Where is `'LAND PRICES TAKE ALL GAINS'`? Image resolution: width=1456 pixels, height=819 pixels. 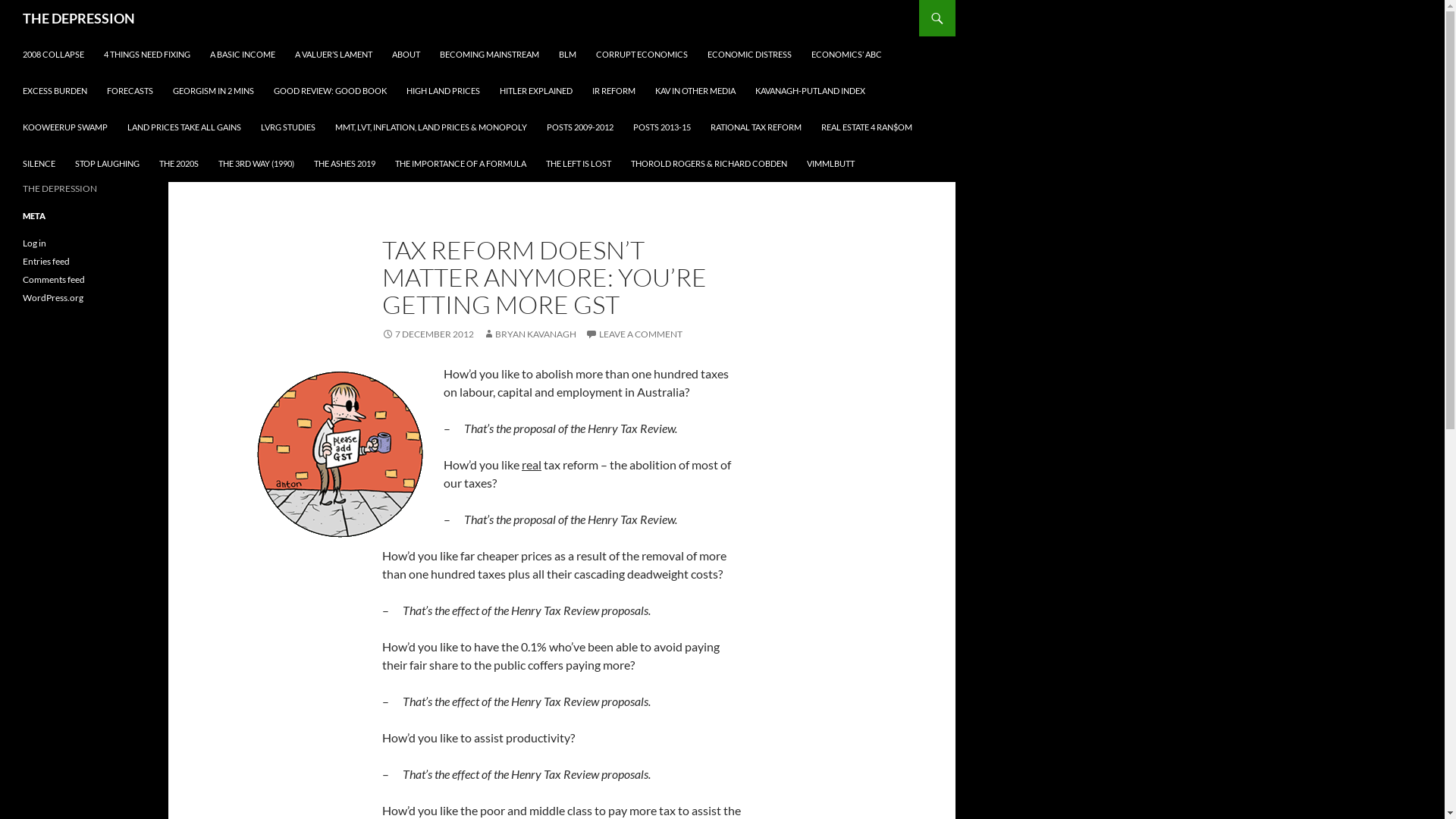 'LAND PRICES TAKE ALL GAINS' is located at coordinates (184, 127).